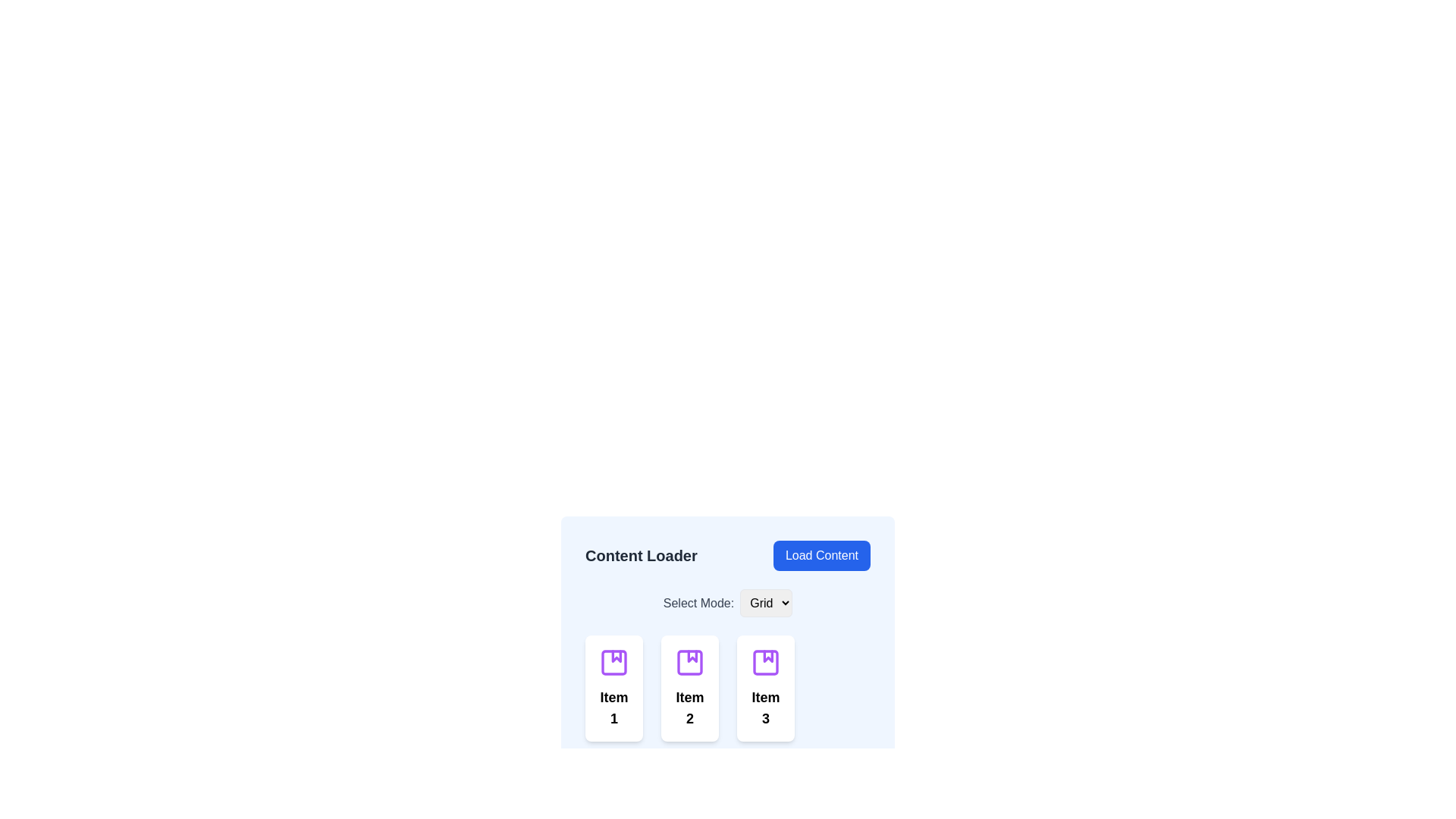 The image size is (1456, 819). Describe the element at coordinates (698, 602) in the screenshot. I see `the static text label reading 'Select Mode:' which is styled with gray text and medium font weight, located slightly to the left of the 'Grid' dropdown menu` at that location.